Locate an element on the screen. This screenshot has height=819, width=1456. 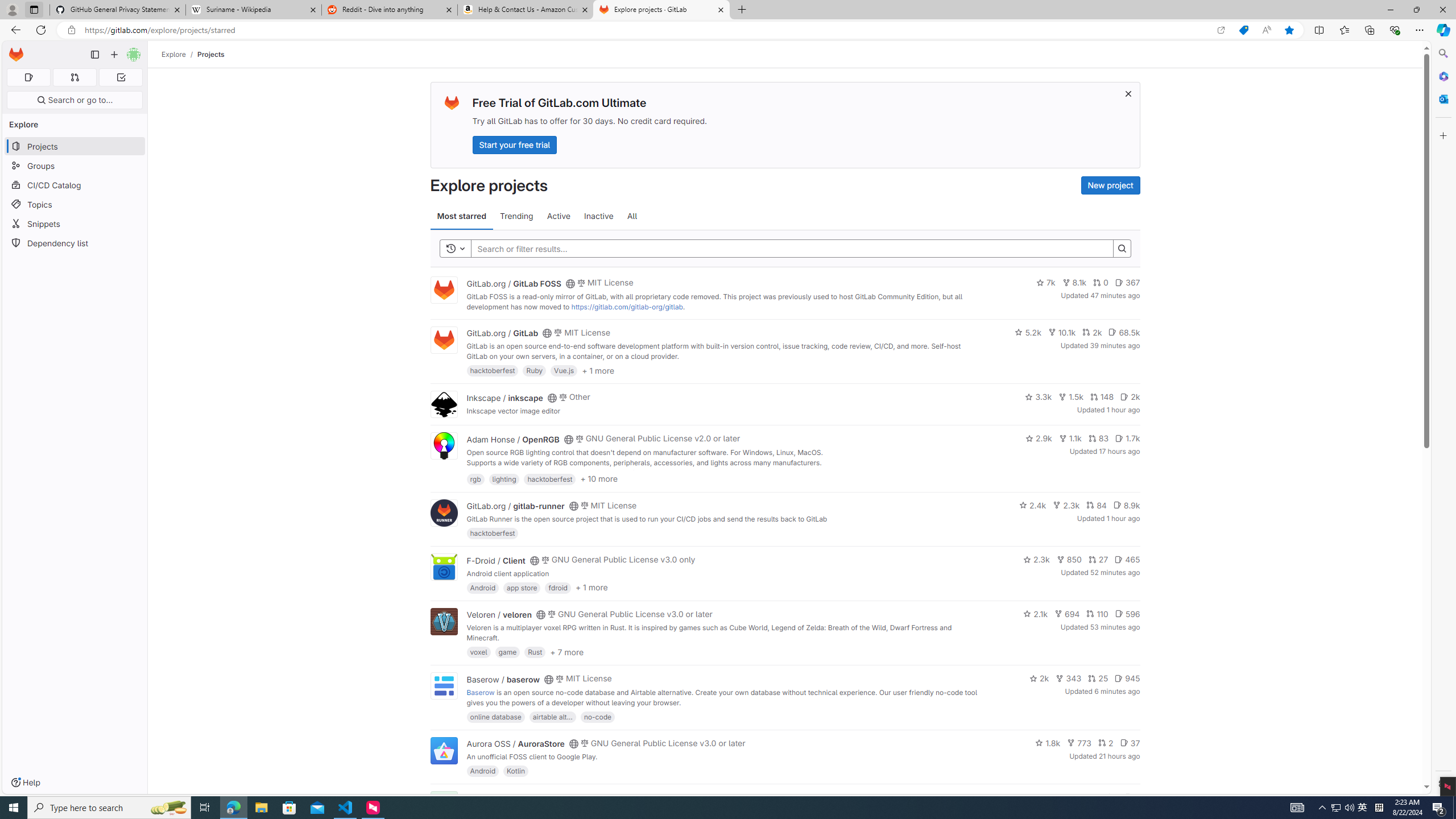
'Dependency list' is located at coordinates (74, 242).